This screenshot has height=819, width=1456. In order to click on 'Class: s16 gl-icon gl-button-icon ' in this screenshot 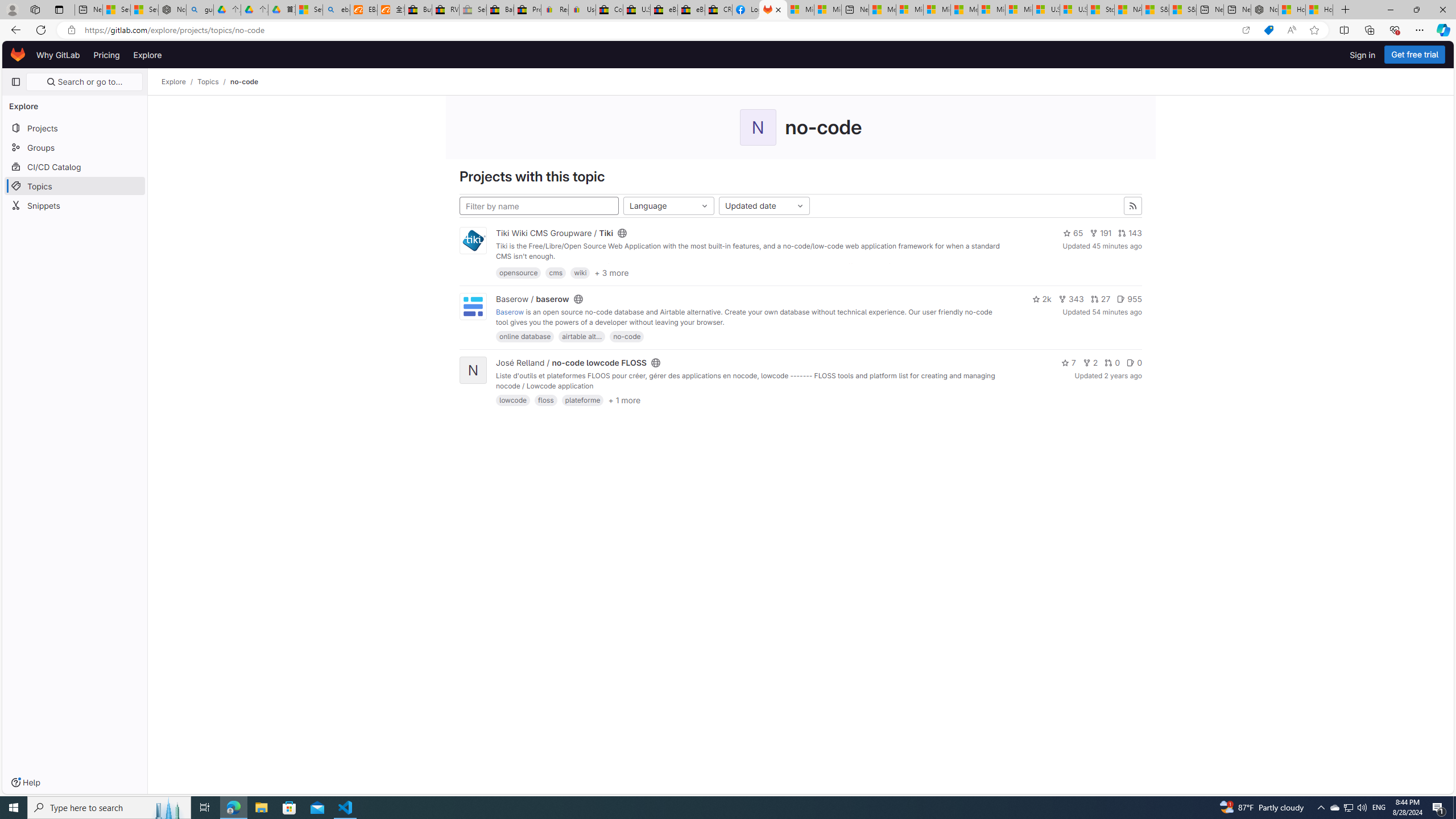, I will do `click(1132, 205)`.